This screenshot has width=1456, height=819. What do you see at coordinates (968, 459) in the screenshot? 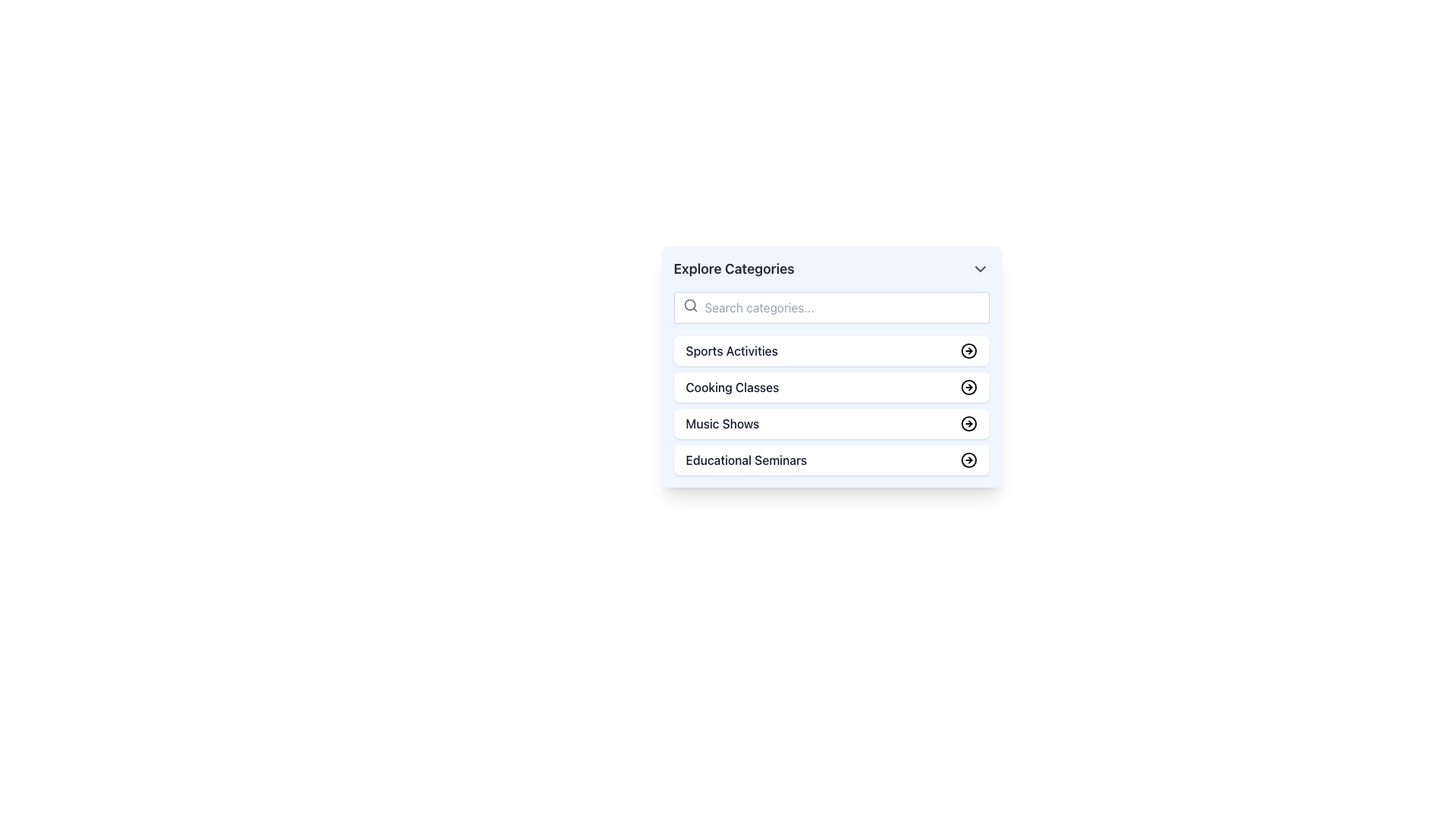
I see `the button element resembling a rightward arrow enclosed within a circle, located to the right of the 'Educational Seminars' label in the 'Explore Categories' list for accessibility navigation` at bounding box center [968, 459].